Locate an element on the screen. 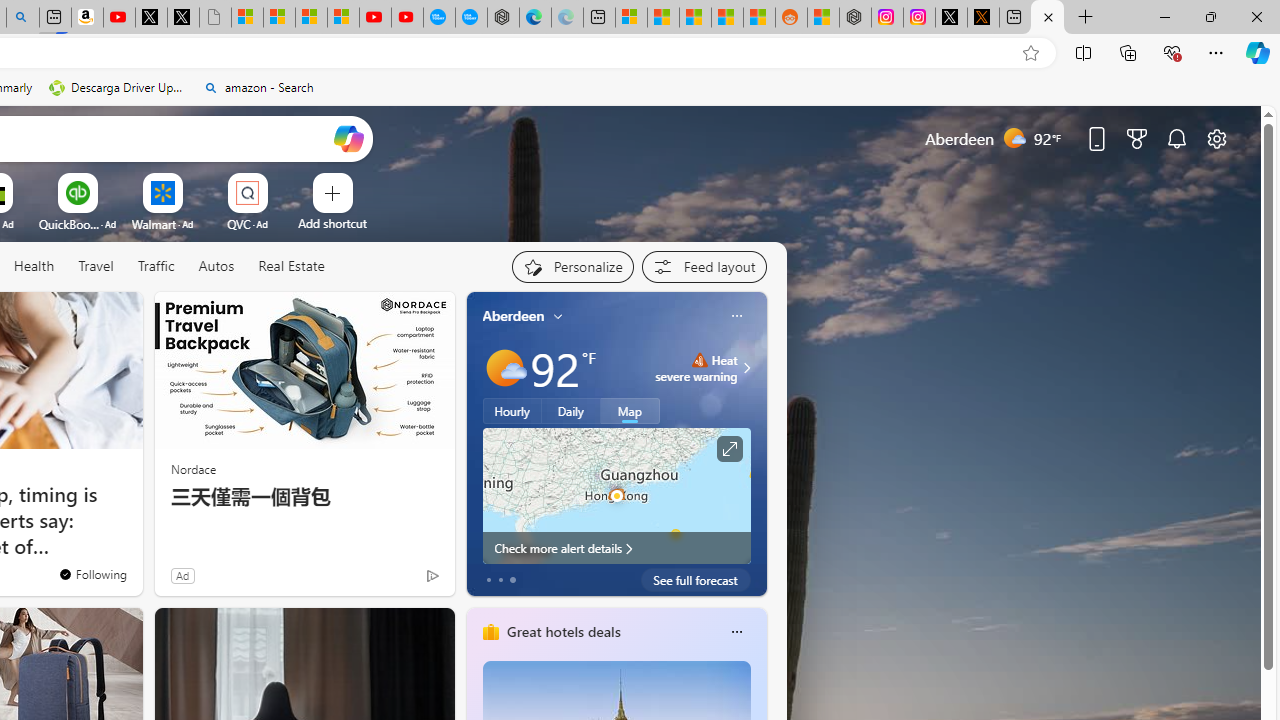 The image size is (1280, 720). 'Check more alert details' is located at coordinates (615, 547).